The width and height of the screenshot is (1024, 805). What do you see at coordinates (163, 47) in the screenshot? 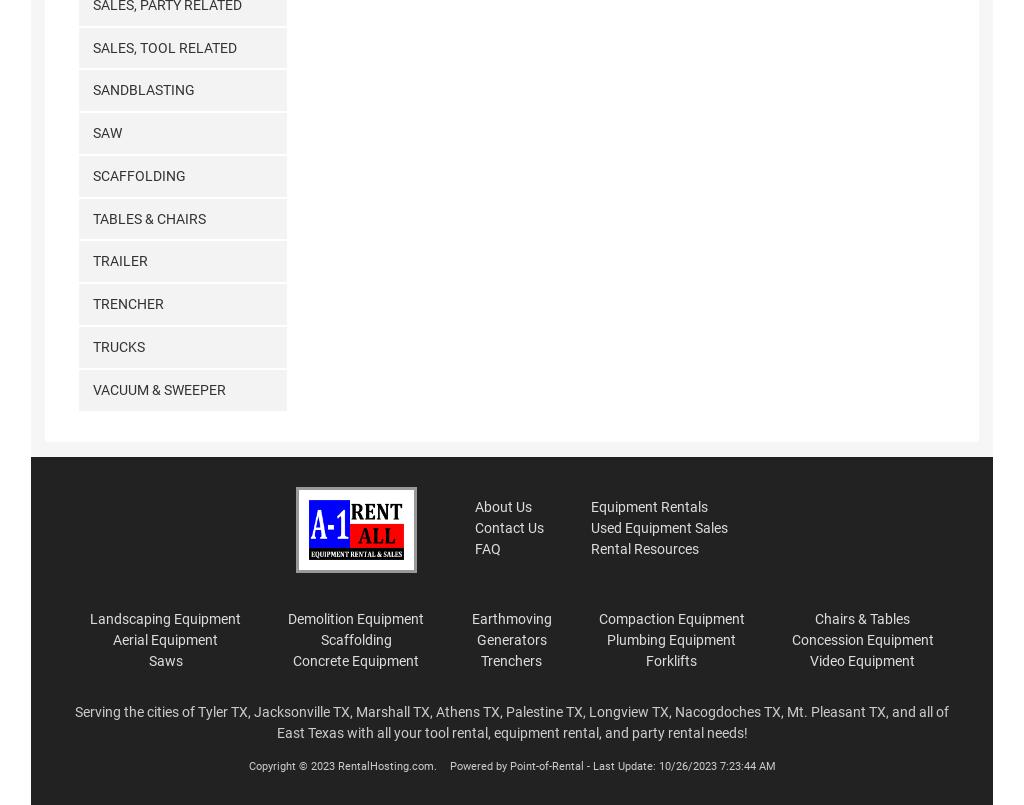
I see `'Sales, Tool Related'` at bounding box center [163, 47].